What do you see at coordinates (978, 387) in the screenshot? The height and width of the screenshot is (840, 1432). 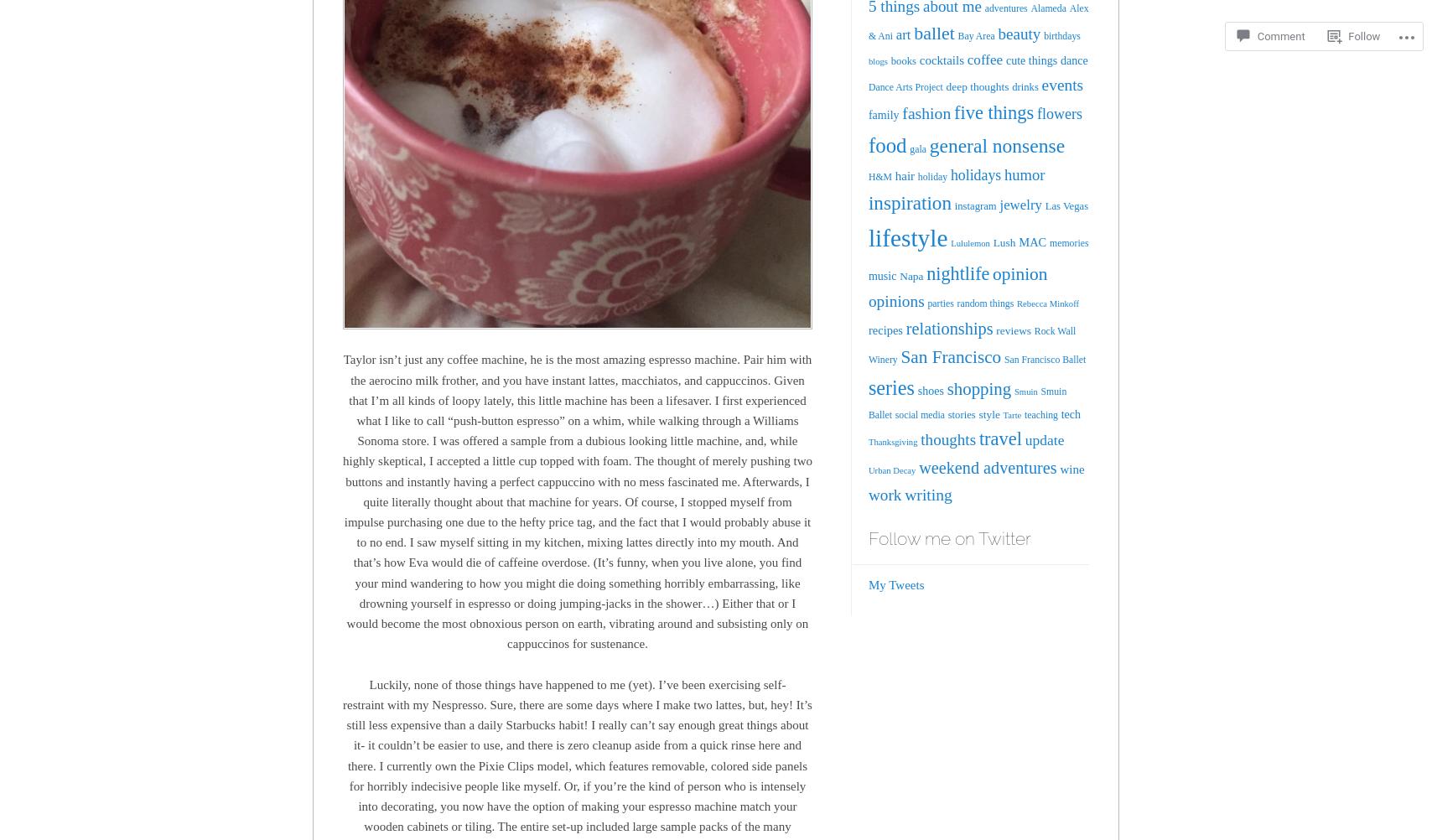 I see `'shopping'` at bounding box center [978, 387].